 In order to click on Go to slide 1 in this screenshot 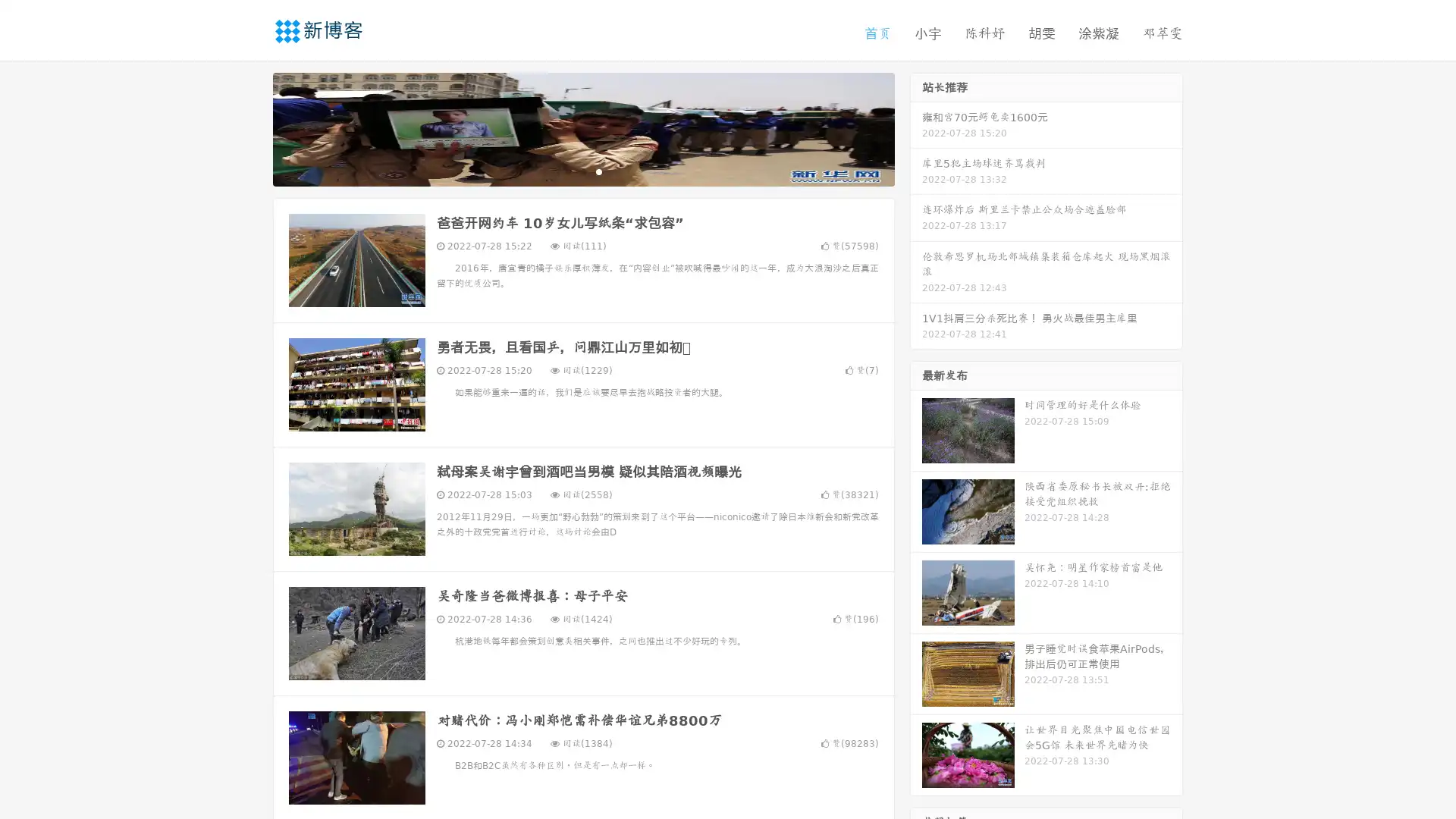, I will do `click(567, 171)`.